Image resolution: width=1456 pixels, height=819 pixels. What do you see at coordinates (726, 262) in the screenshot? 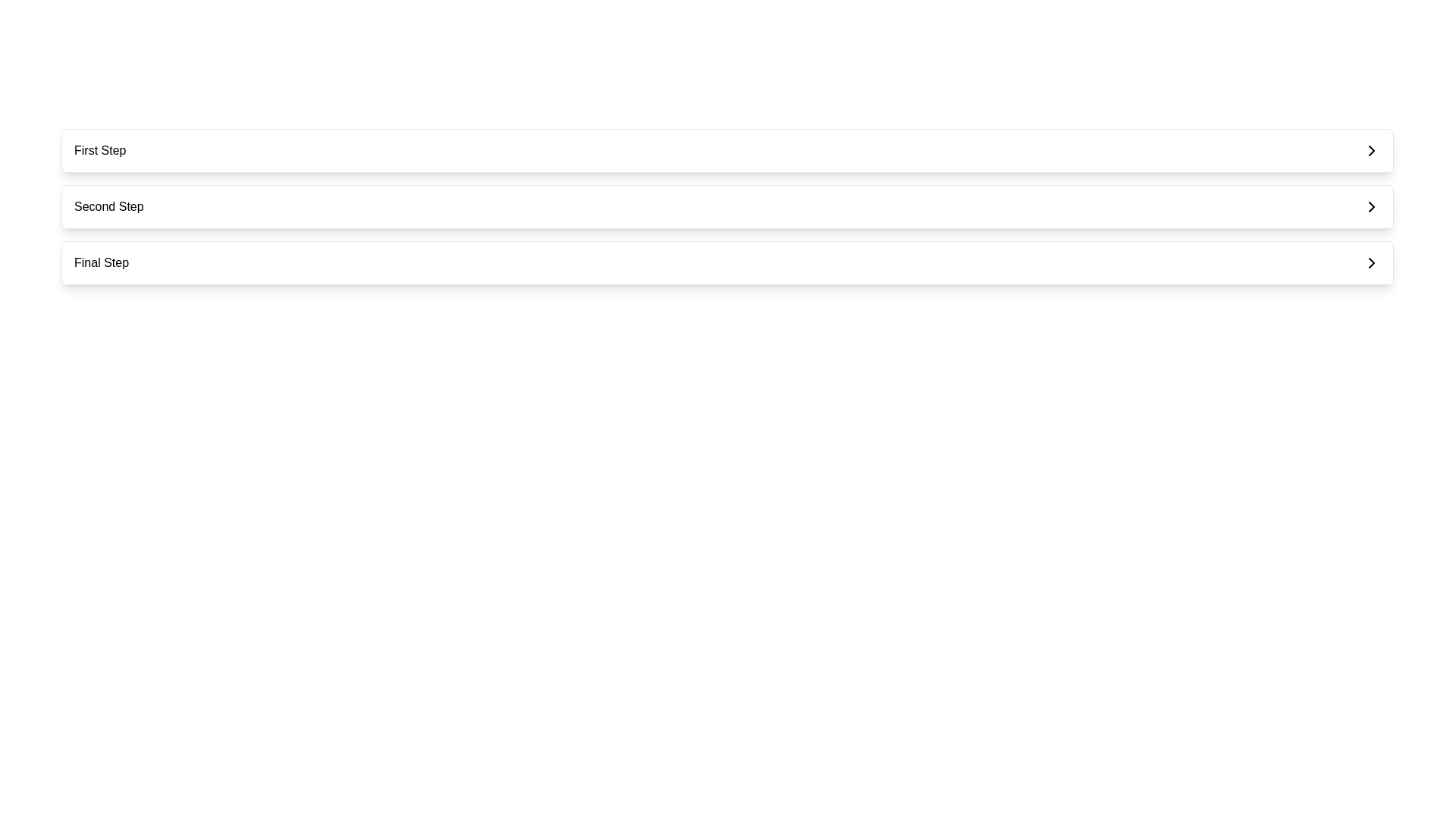
I see `the final step button located at the bottom of the vertically stacked list of steps` at bounding box center [726, 262].